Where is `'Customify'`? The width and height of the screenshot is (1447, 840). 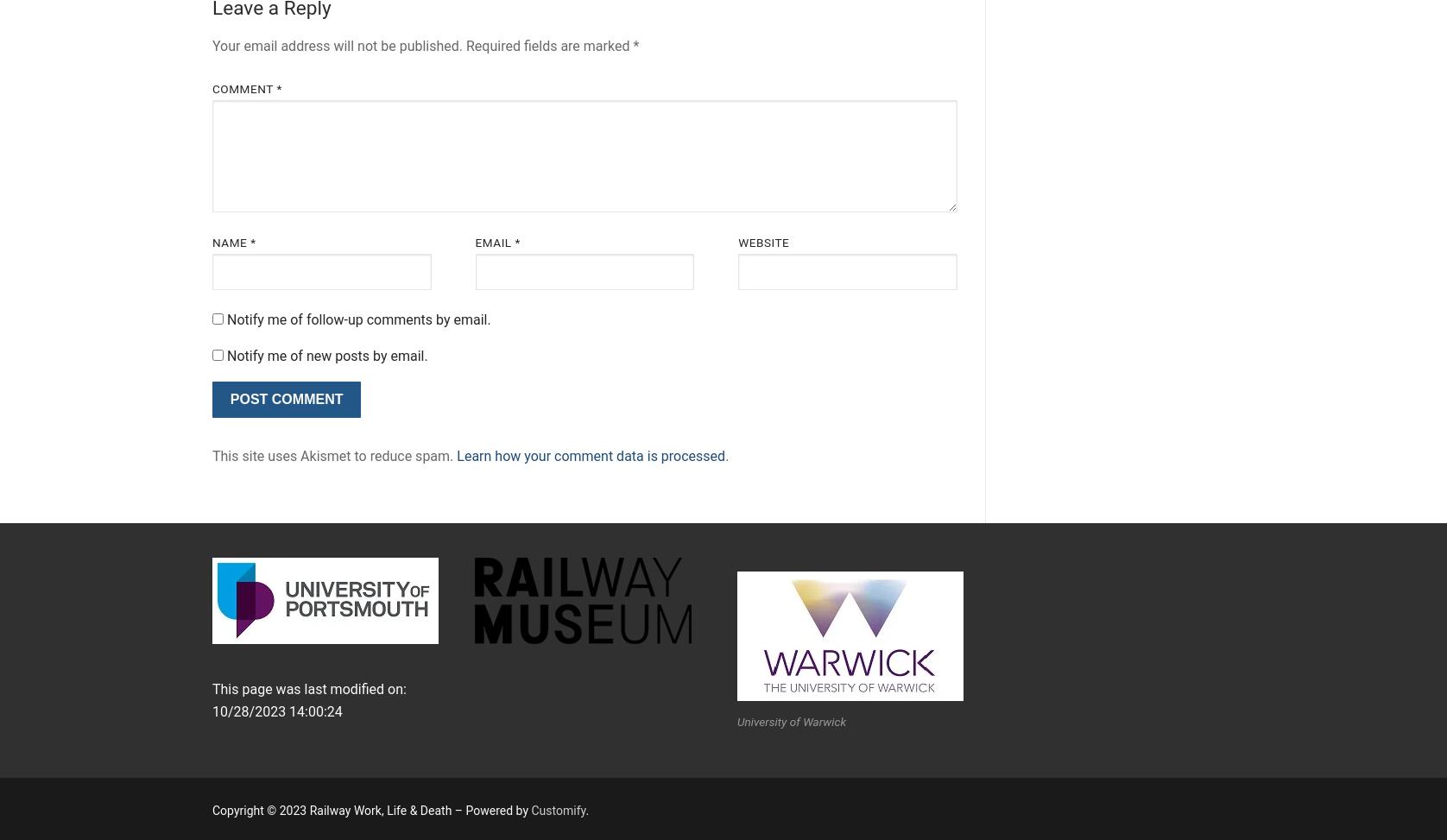
'Customify' is located at coordinates (557, 808).